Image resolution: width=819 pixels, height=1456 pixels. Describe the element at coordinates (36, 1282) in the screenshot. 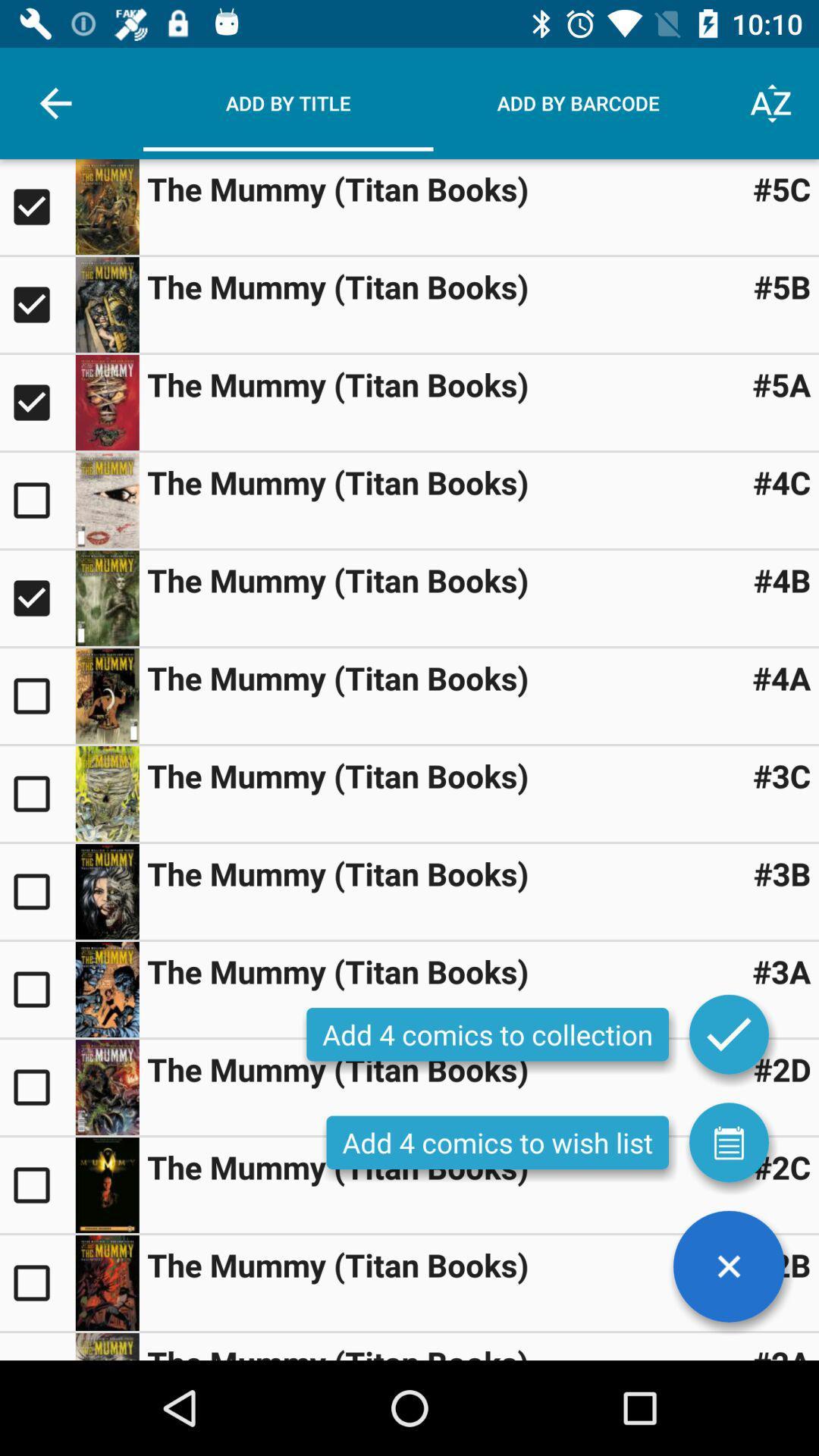

I see `check item` at that location.